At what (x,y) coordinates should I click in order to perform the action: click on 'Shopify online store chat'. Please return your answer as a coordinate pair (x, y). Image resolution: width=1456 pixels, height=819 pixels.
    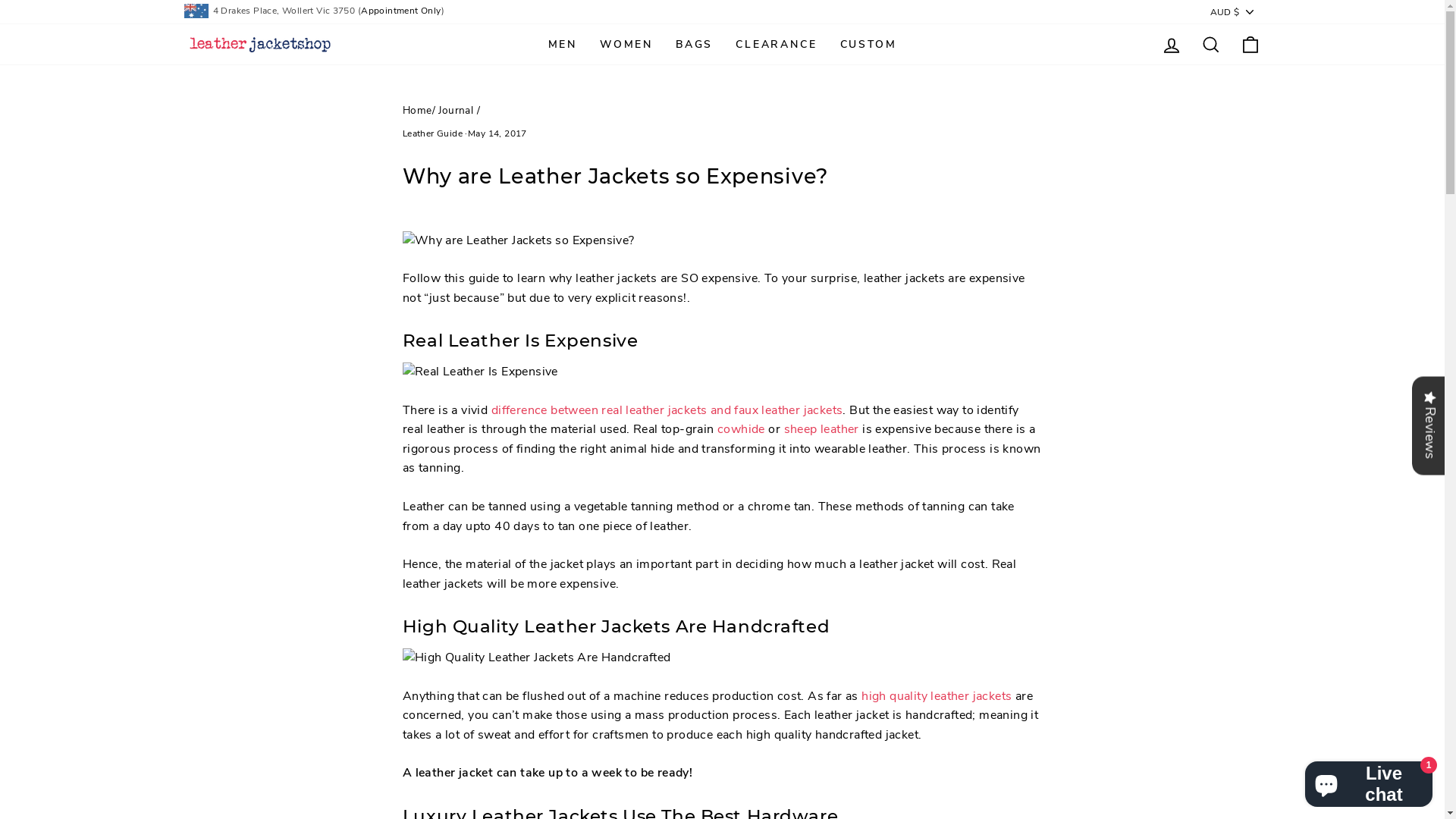
    Looking at the image, I should click on (1368, 780).